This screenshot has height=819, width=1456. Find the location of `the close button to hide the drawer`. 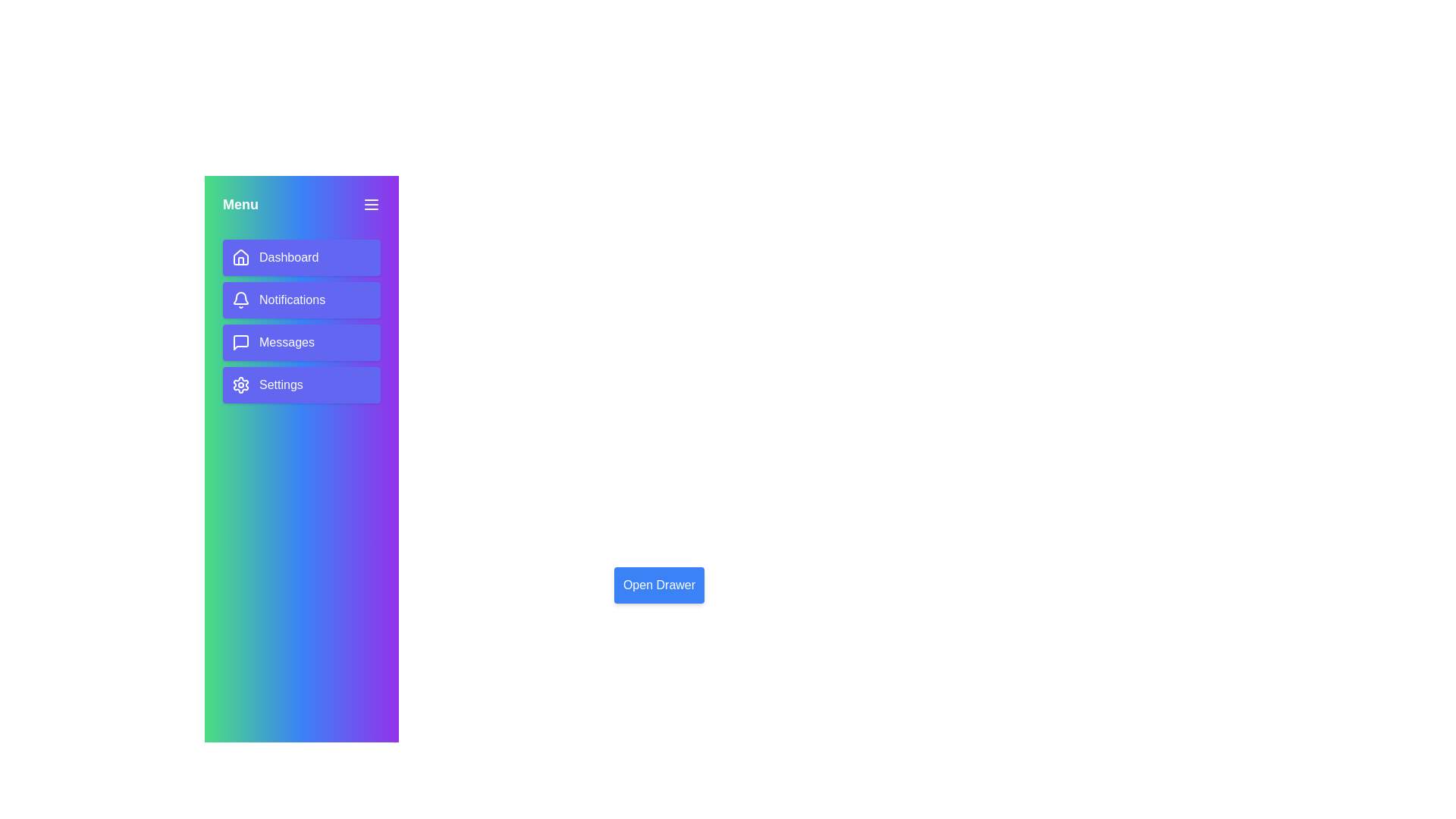

the close button to hide the drawer is located at coordinates (371, 205).